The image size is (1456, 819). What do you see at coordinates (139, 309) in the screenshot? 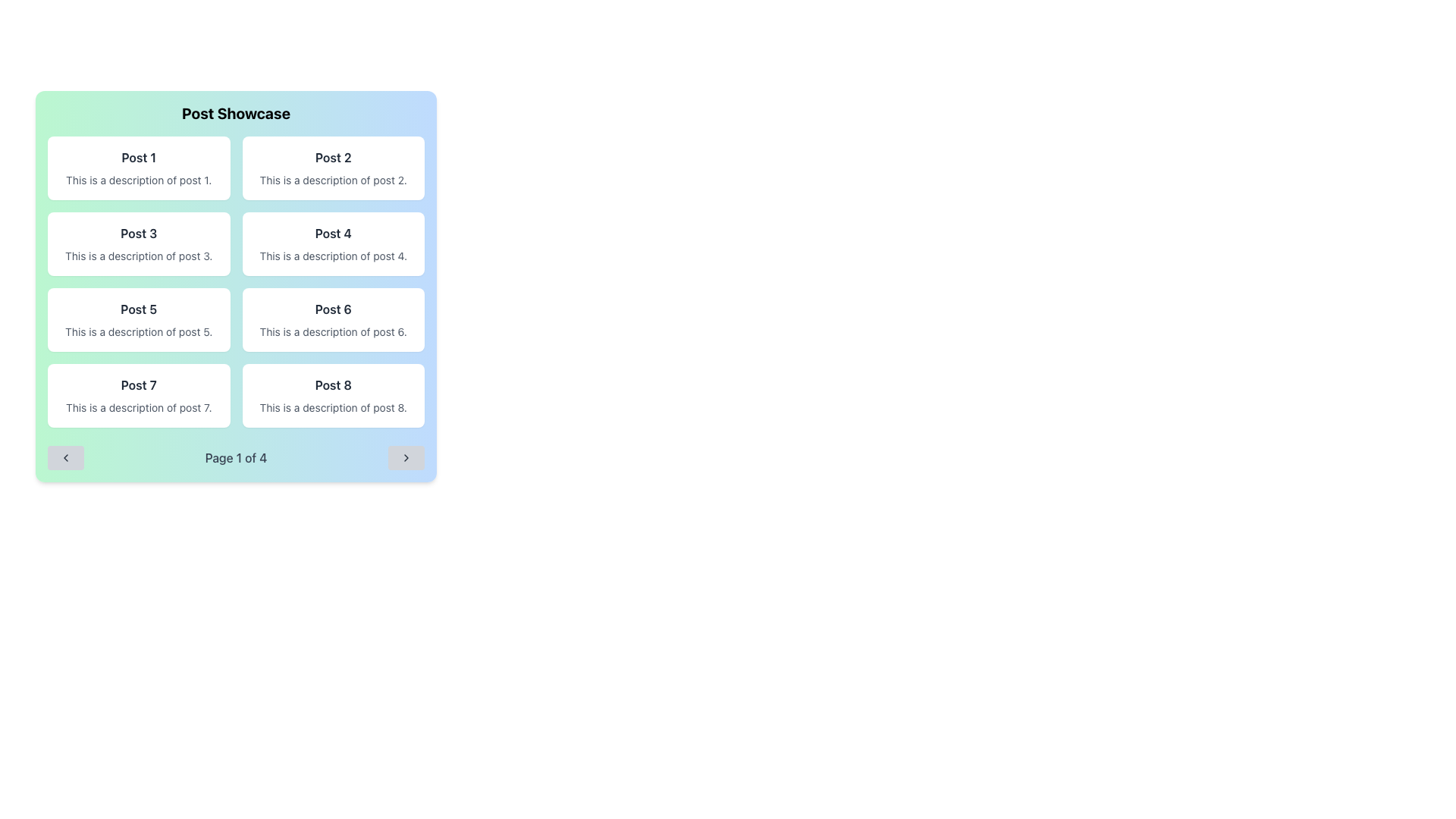
I see `the Text Label which serves as the title for the post content, located in the central row of a grid layout in the second column` at bounding box center [139, 309].